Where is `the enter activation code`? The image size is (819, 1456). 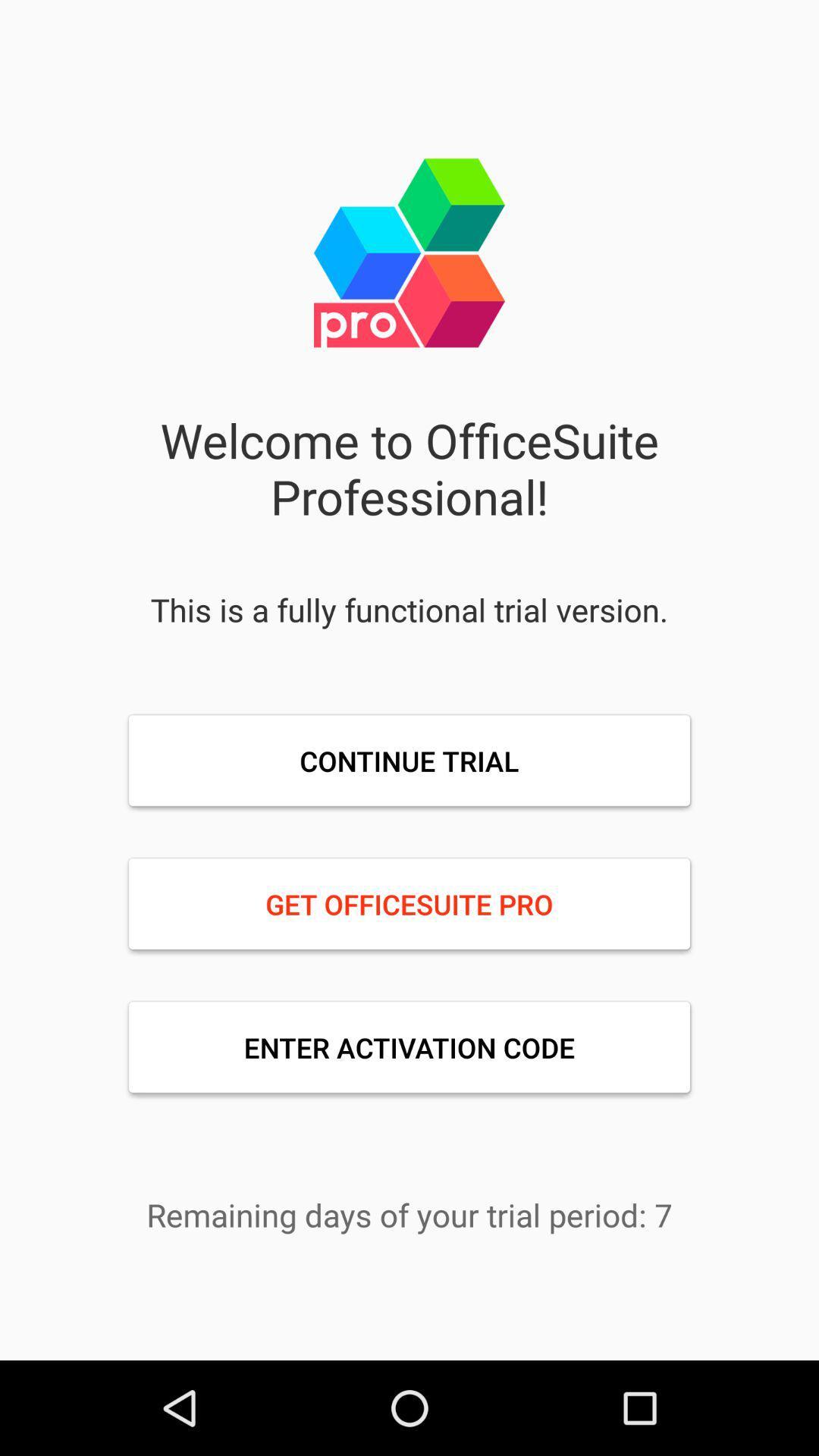
the enter activation code is located at coordinates (409, 1046).